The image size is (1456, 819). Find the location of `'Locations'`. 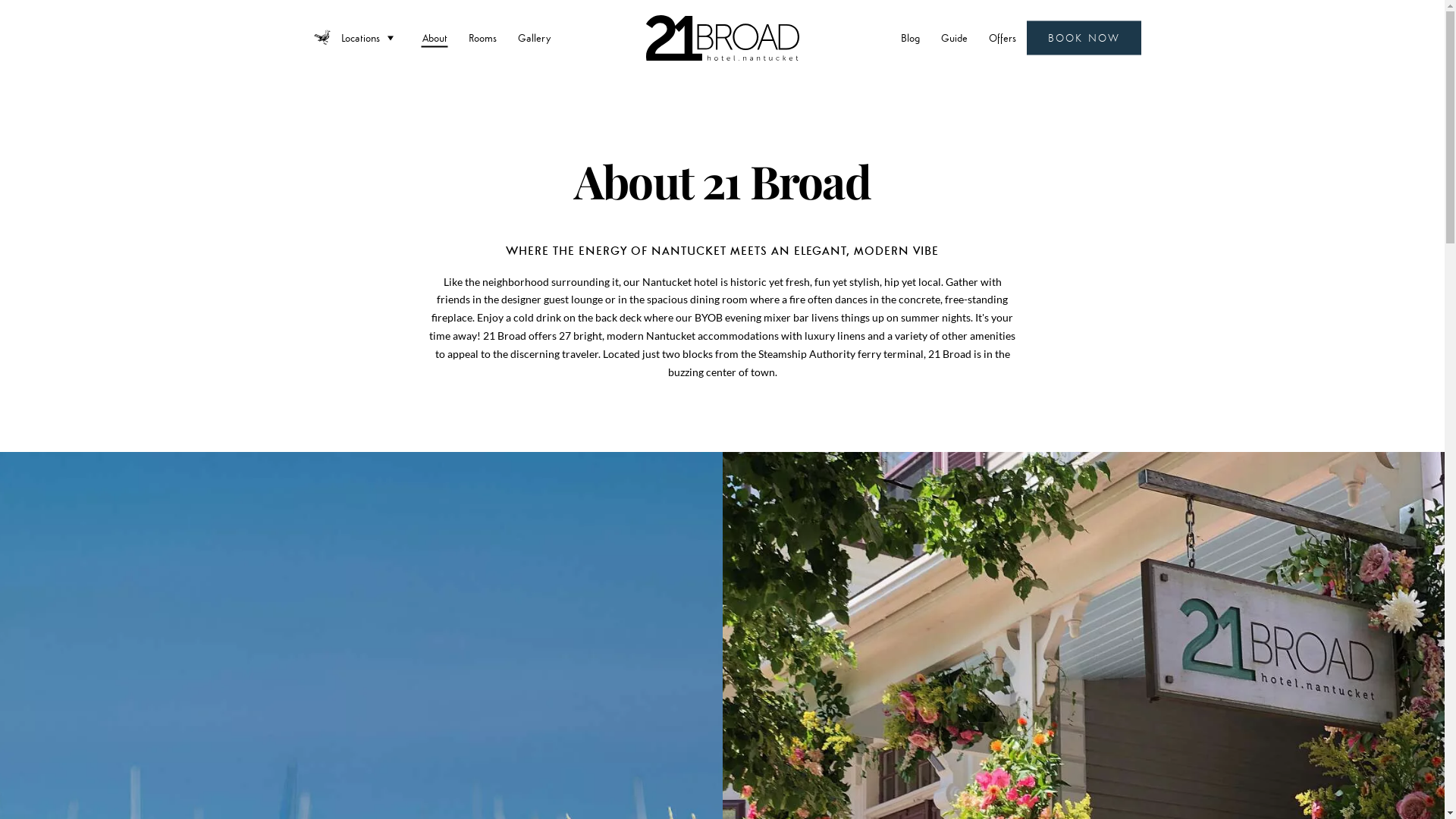

'Locations' is located at coordinates (371, 37).